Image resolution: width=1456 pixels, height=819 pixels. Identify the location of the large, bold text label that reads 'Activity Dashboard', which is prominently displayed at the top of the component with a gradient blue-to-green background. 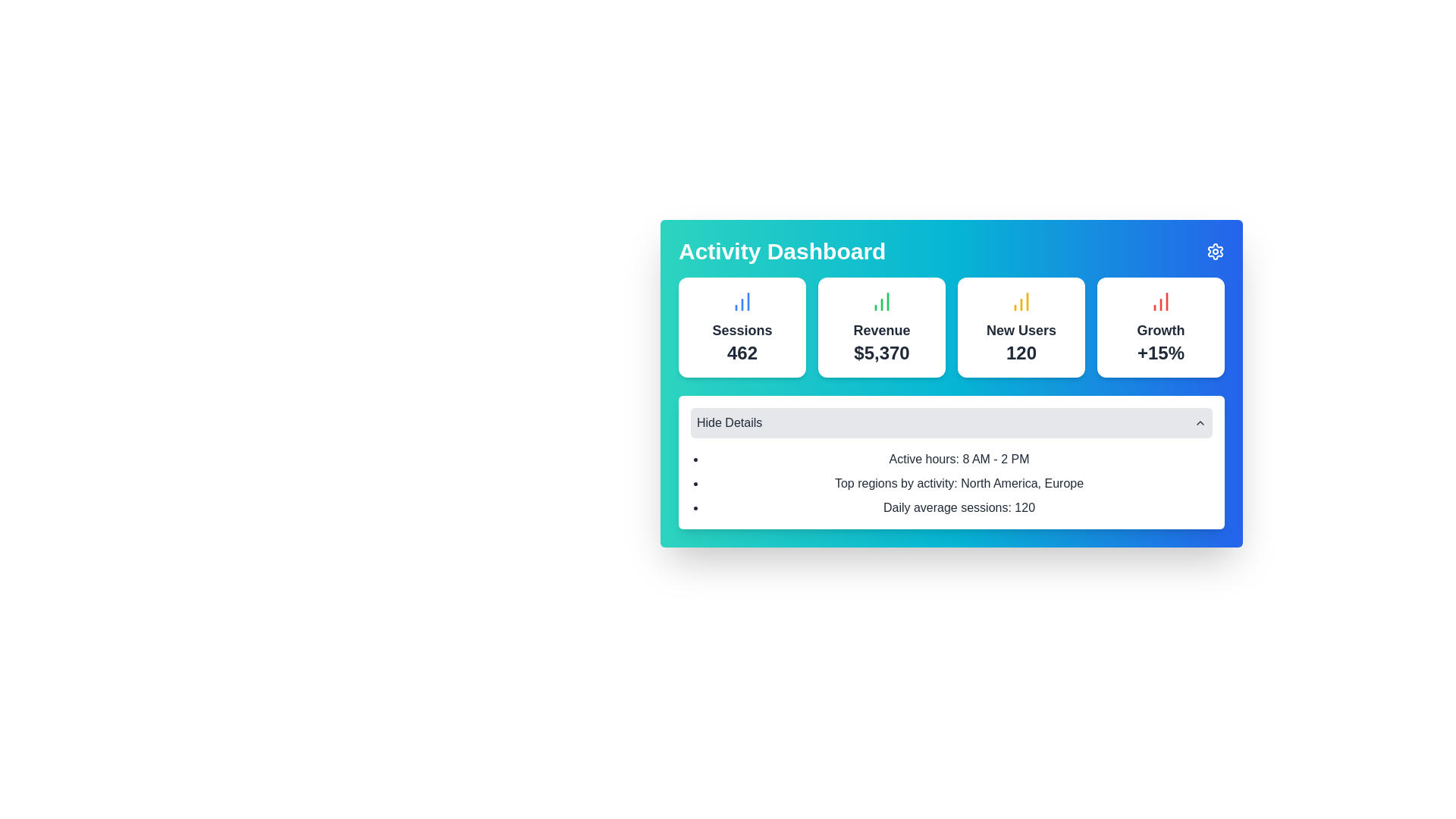
(782, 250).